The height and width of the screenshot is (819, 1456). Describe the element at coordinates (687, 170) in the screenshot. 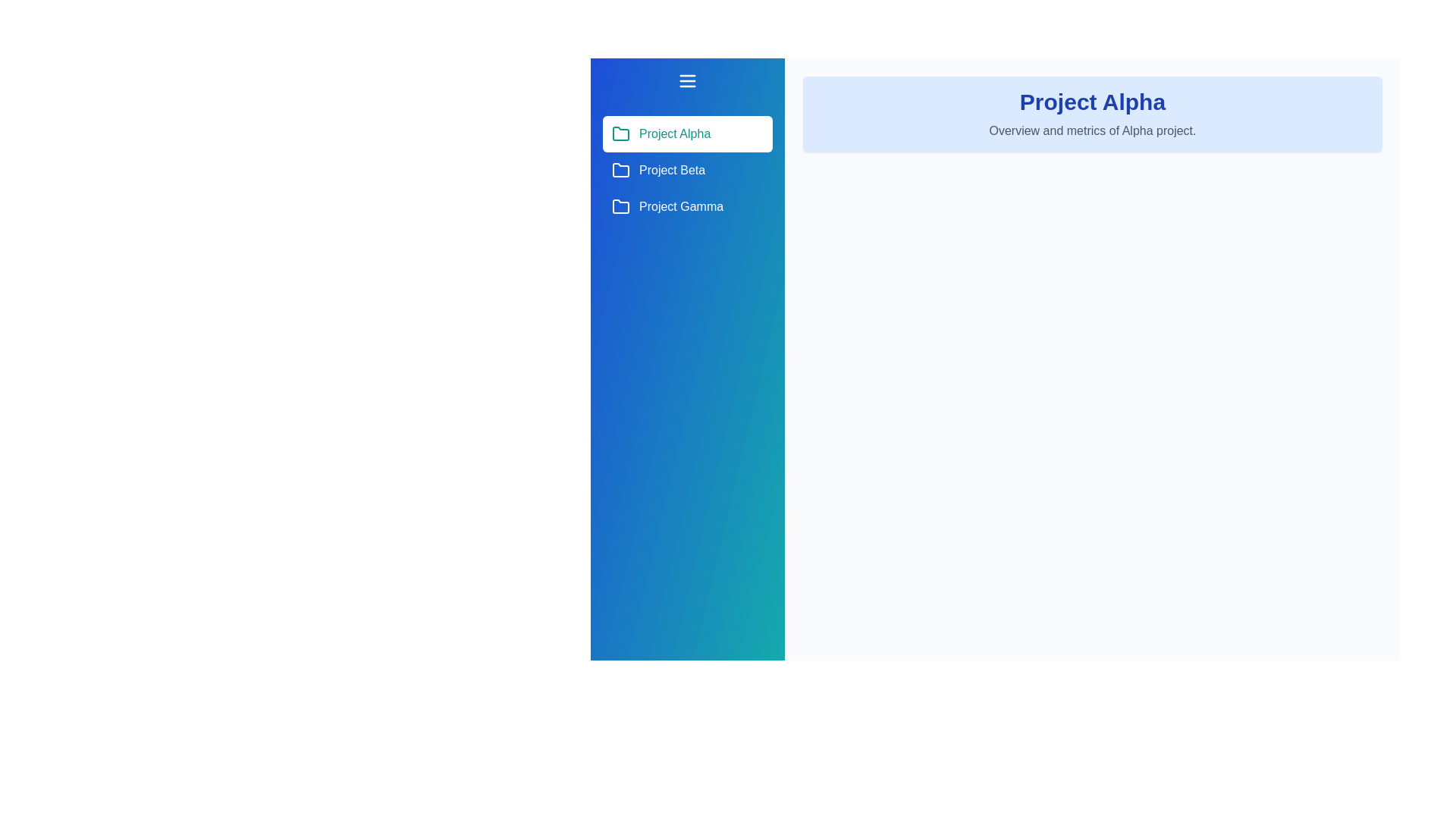

I see `the project name Project Beta in the sidebar to select it` at that location.